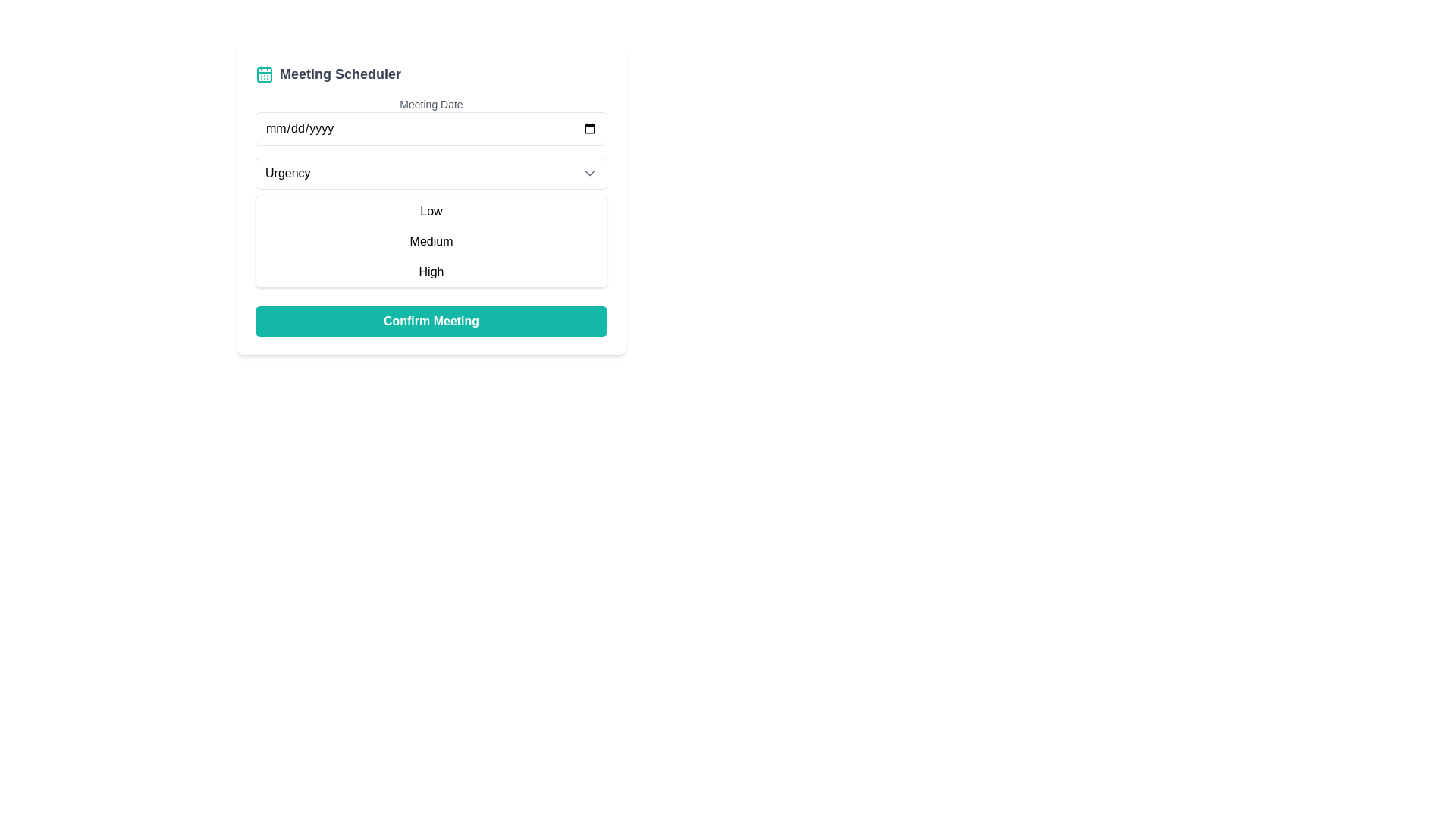  Describe the element at coordinates (265, 74) in the screenshot. I see `the teal calendar icon located to the left of the 'Meeting Scheduler' text at the top of the interface` at that location.